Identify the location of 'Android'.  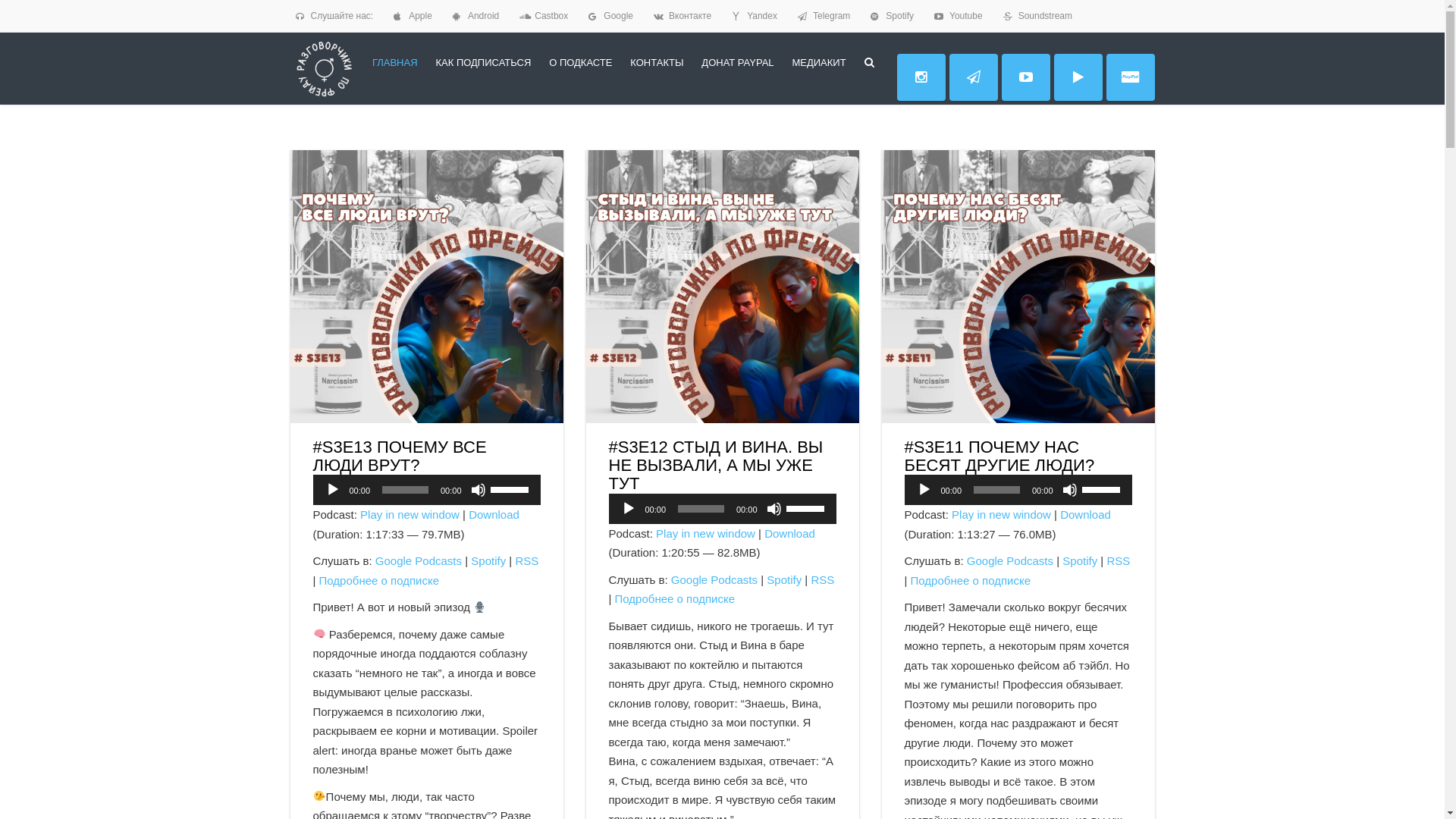
(482, 15).